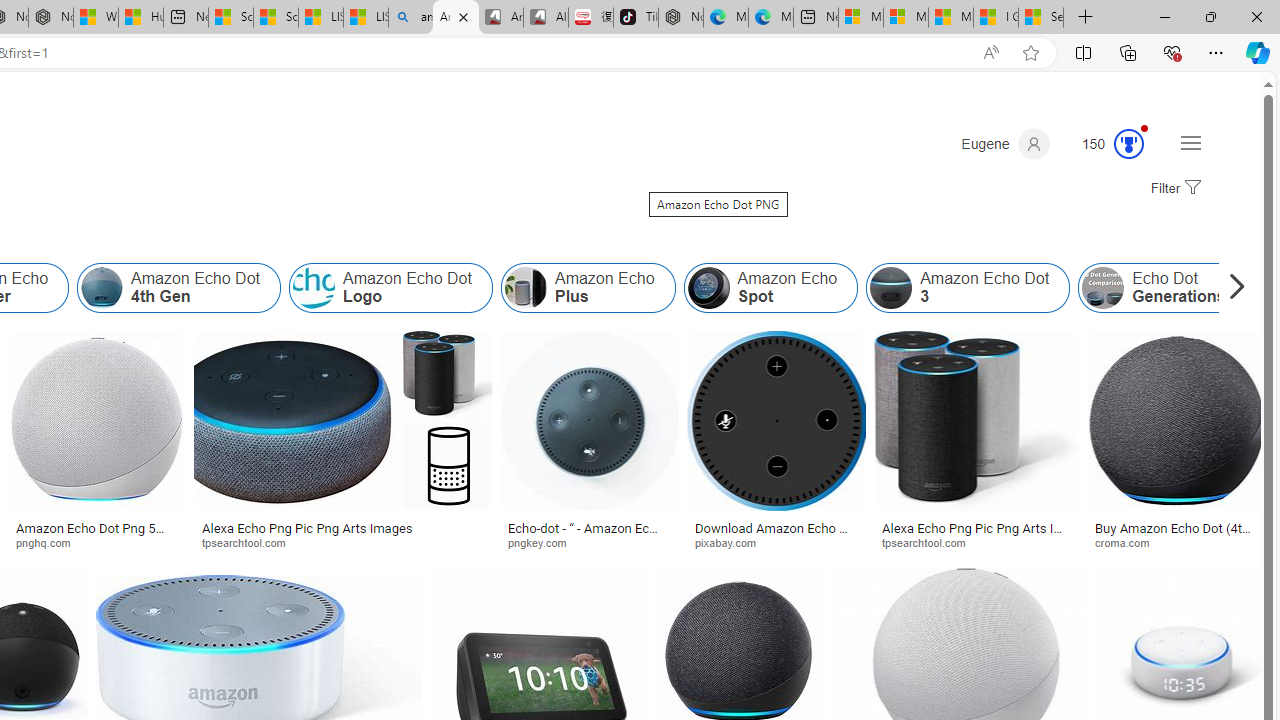  Describe the element at coordinates (1231, 288) in the screenshot. I see `'Scroll right'` at that location.